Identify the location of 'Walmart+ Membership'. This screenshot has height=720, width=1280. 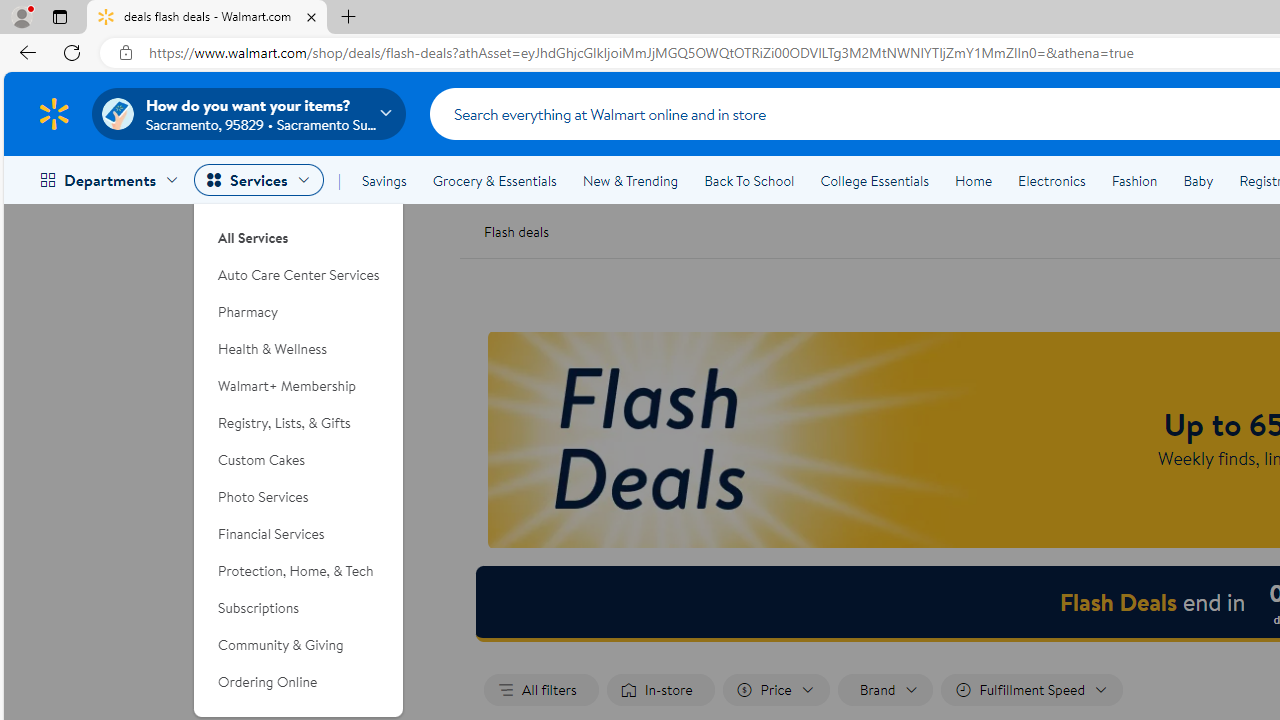
(298, 386).